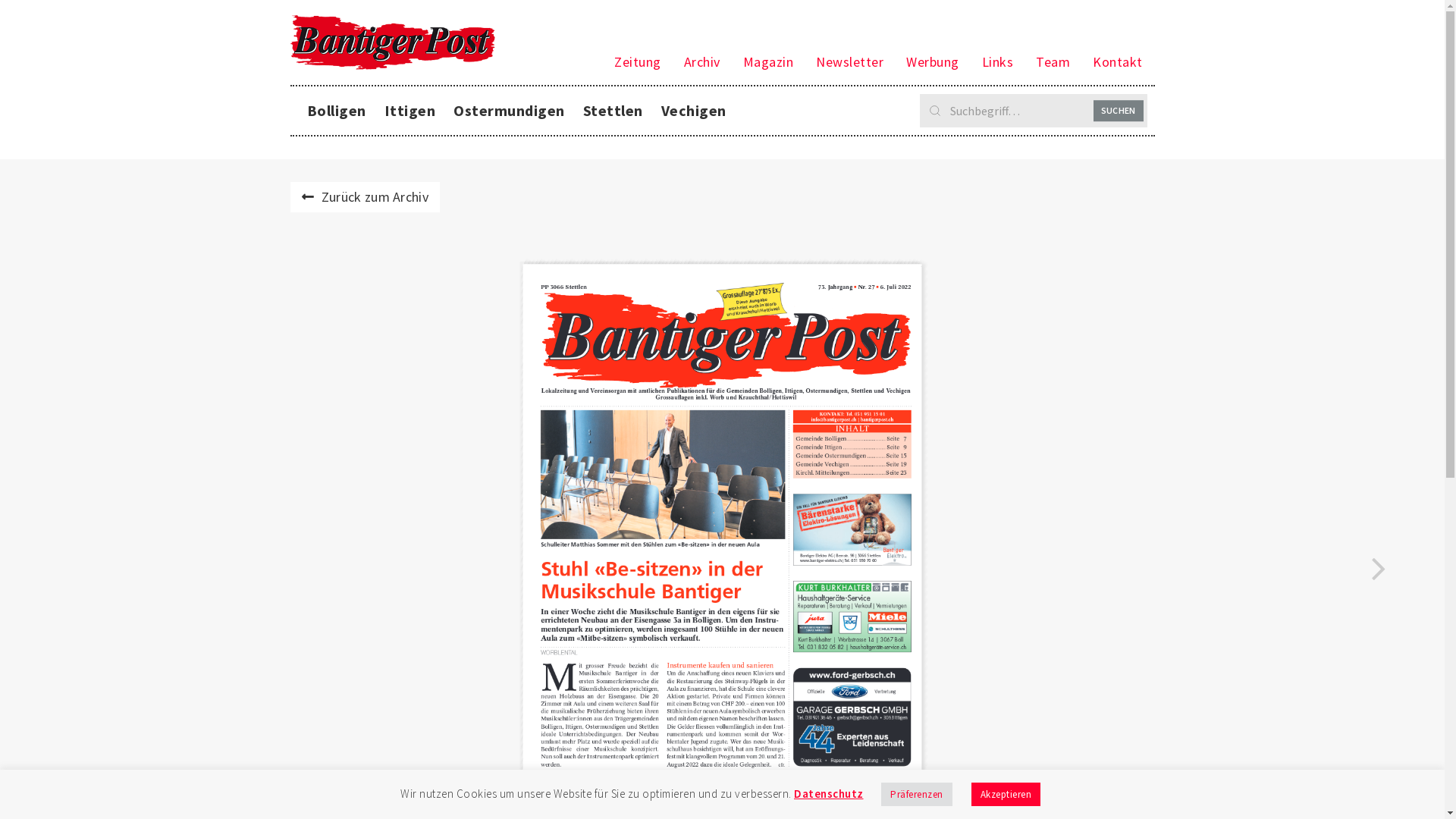  I want to click on 'Magazin', so click(731, 61).